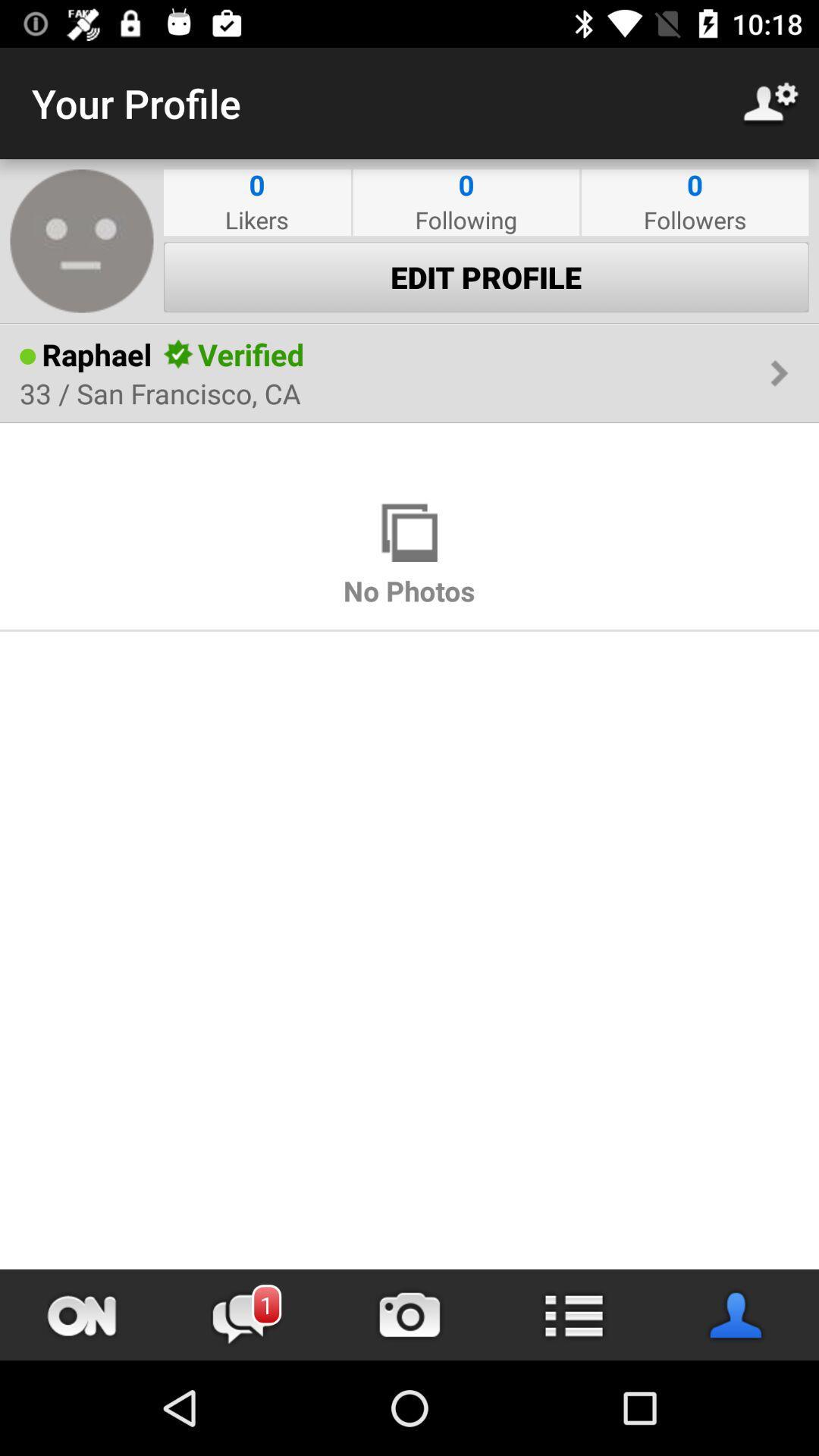 The height and width of the screenshot is (1456, 819). What do you see at coordinates (486, 277) in the screenshot?
I see `item below likers item` at bounding box center [486, 277].